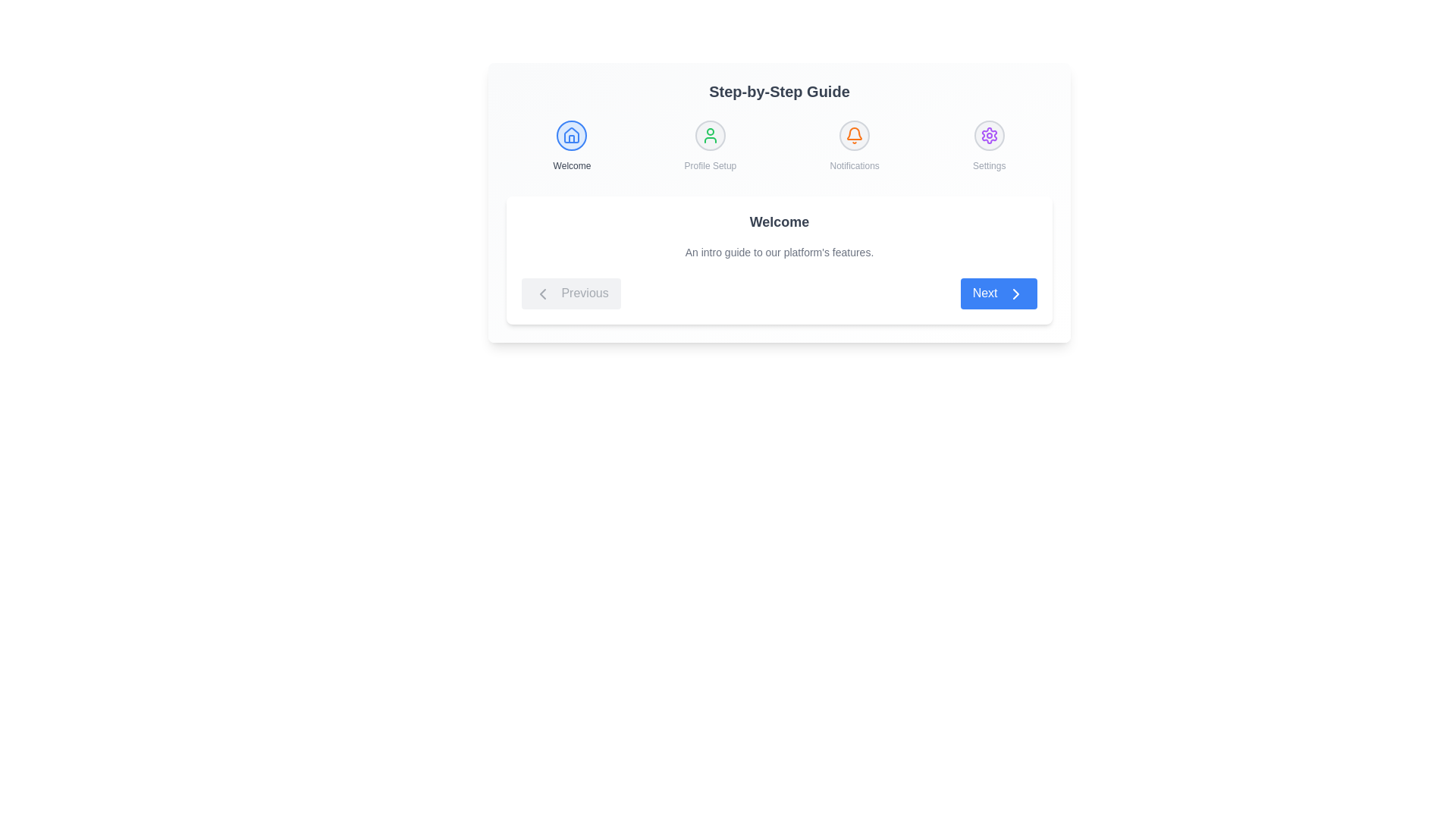 This screenshot has height=819, width=1456. Describe the element at coordinates (855, 166) in the screenshot. I see `the 'Notifications' text label, which is a small, medium-weight, light gray text displayed below the orange notification bell icon` at that location.